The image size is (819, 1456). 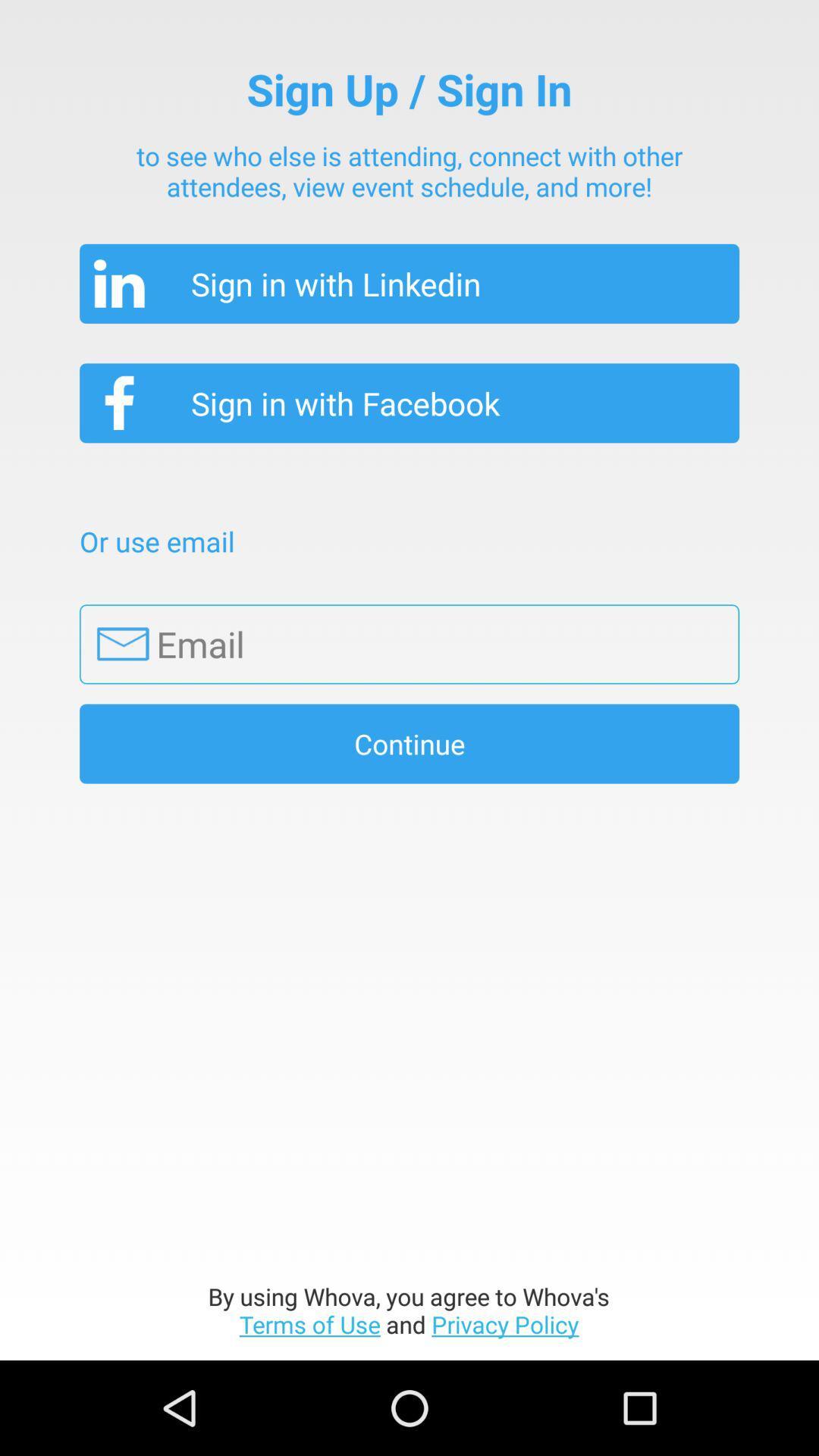 What do you see at coordinates (409, 743) in the screenshot?
I see `the continue icon` at bounding box center [409, 743].